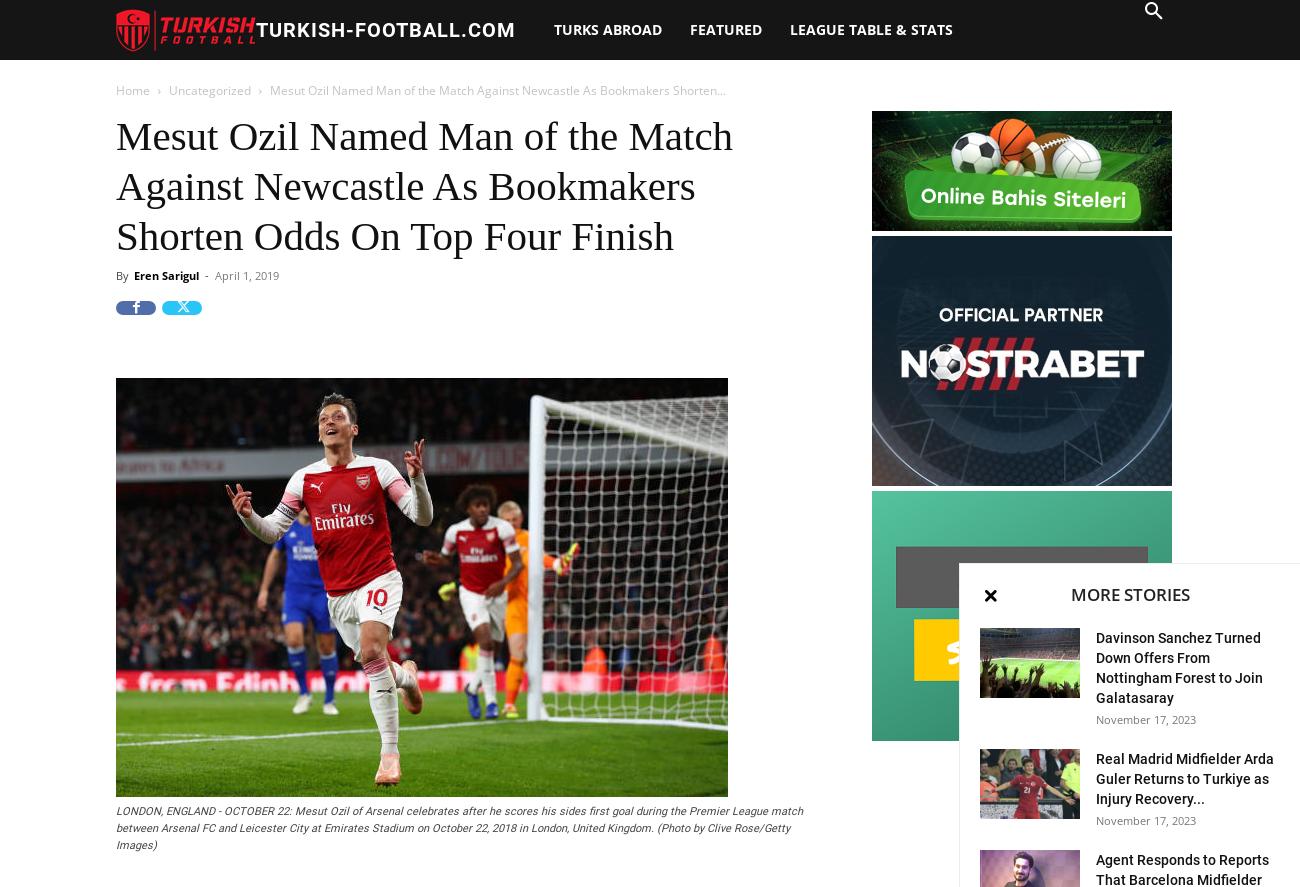  I want to click on 'Mesut Ozil Named Man of the Match Against Newcastle As Bookmakers Shorten Odds On Top Four Finish', so click(424, 185).